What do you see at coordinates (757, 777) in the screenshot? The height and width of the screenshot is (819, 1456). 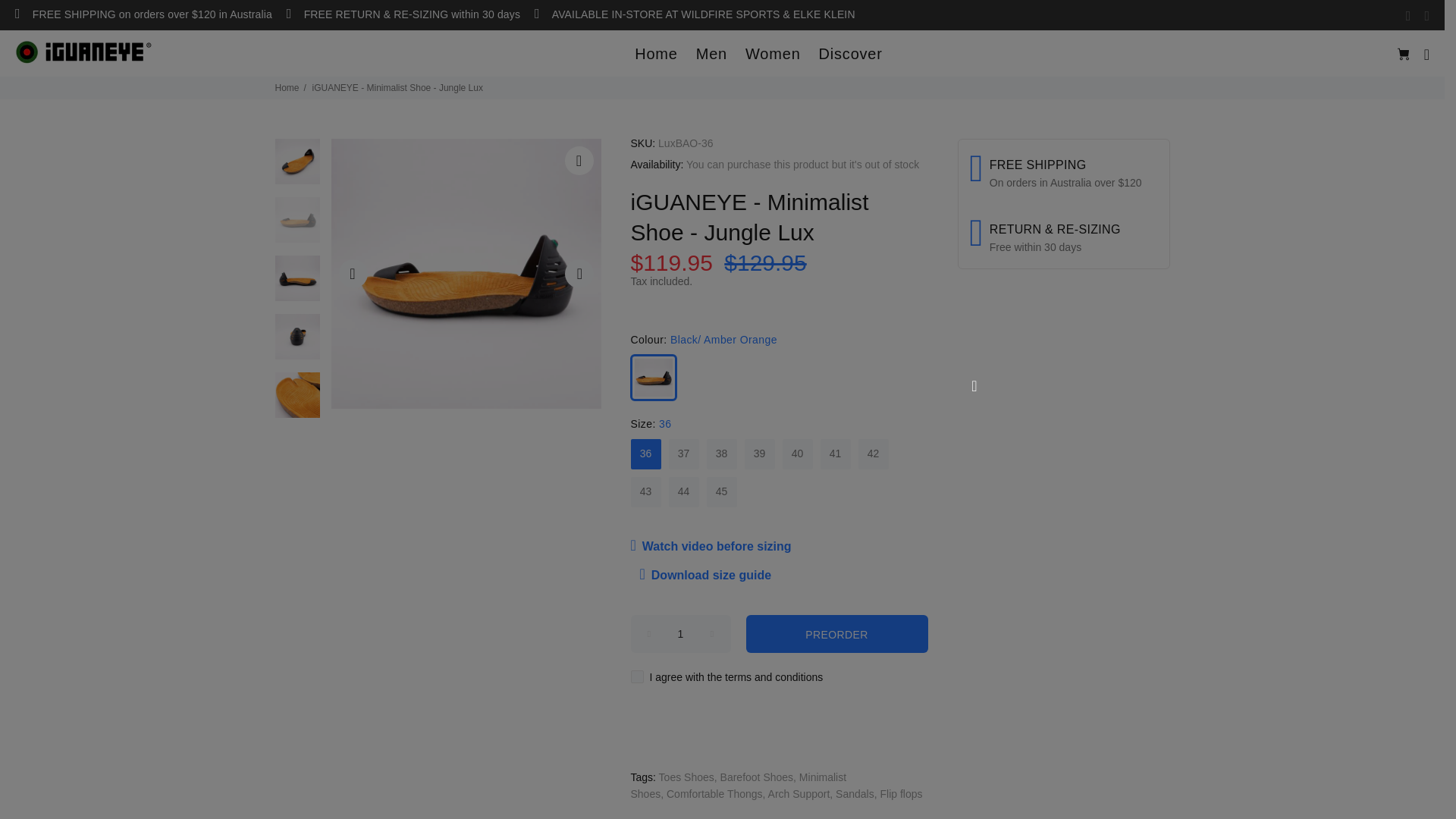 I see `'Barefoot Shoes'` at bounding box center [757, 777].